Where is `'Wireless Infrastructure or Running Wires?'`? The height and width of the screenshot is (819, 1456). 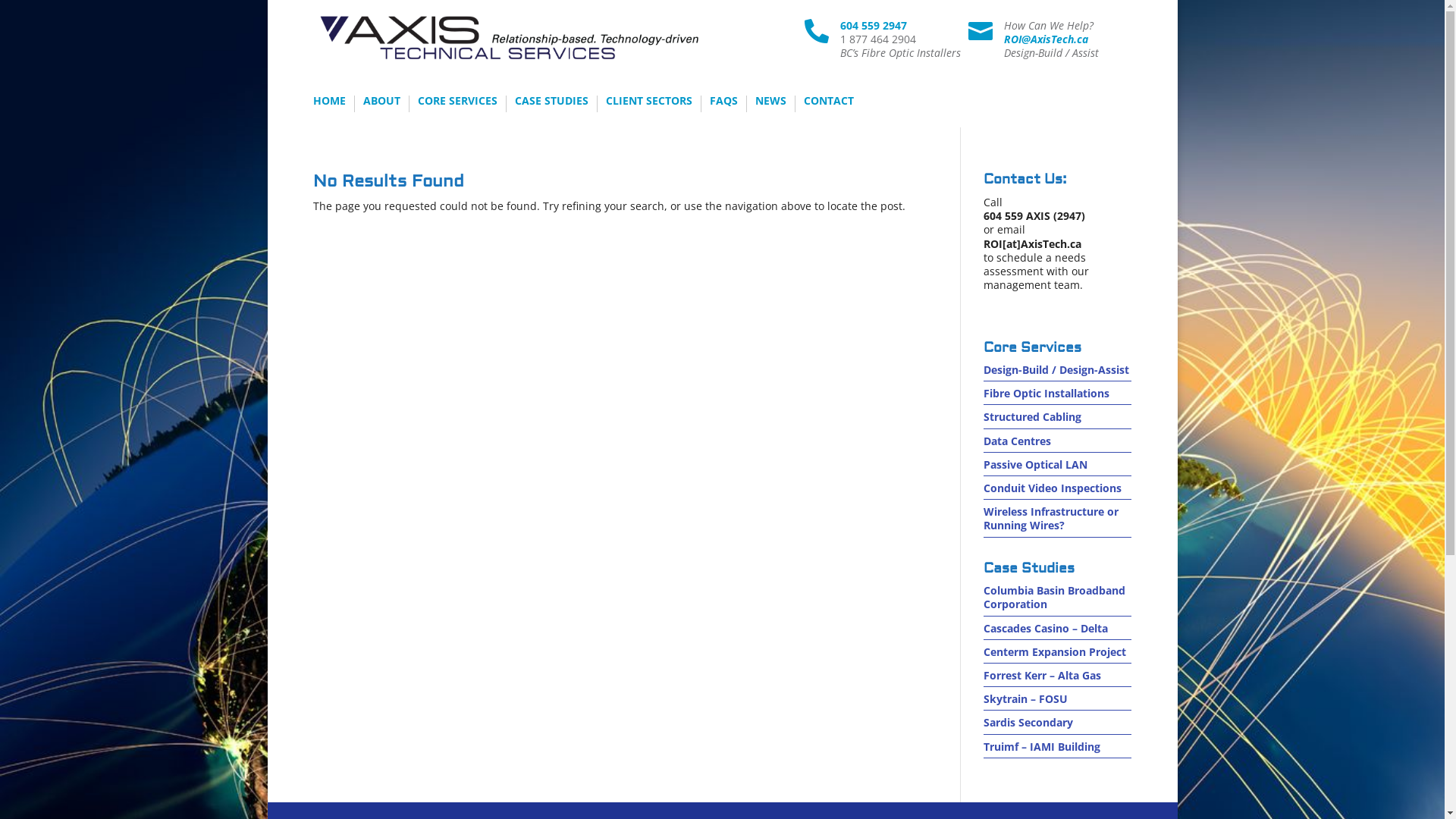 'Wireless Infrastructure or Running Wires?' is located at coordinates (983, 517).